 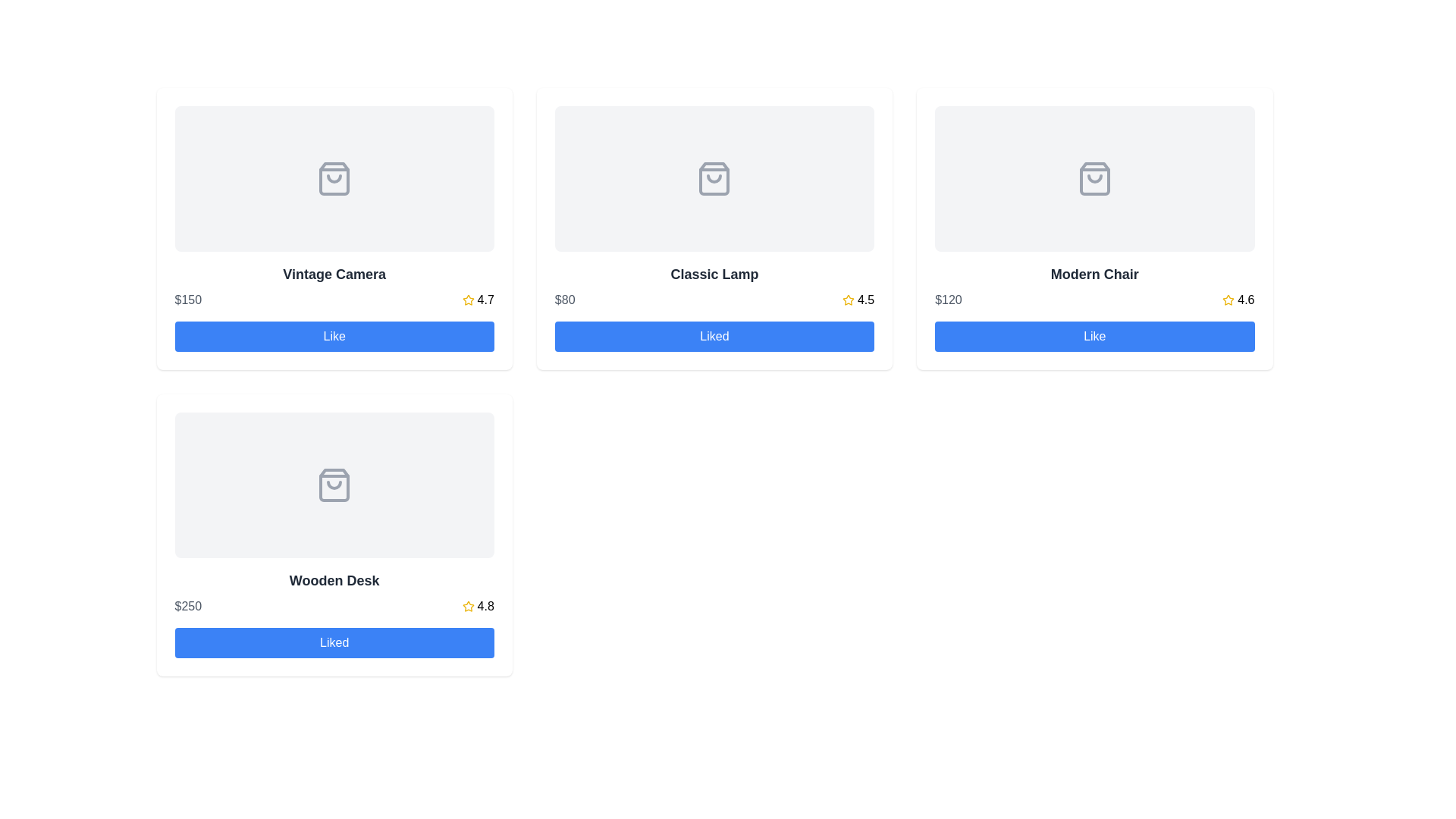 I want to click on the first product summary card in the grid layout, so click(x=334, y=287).